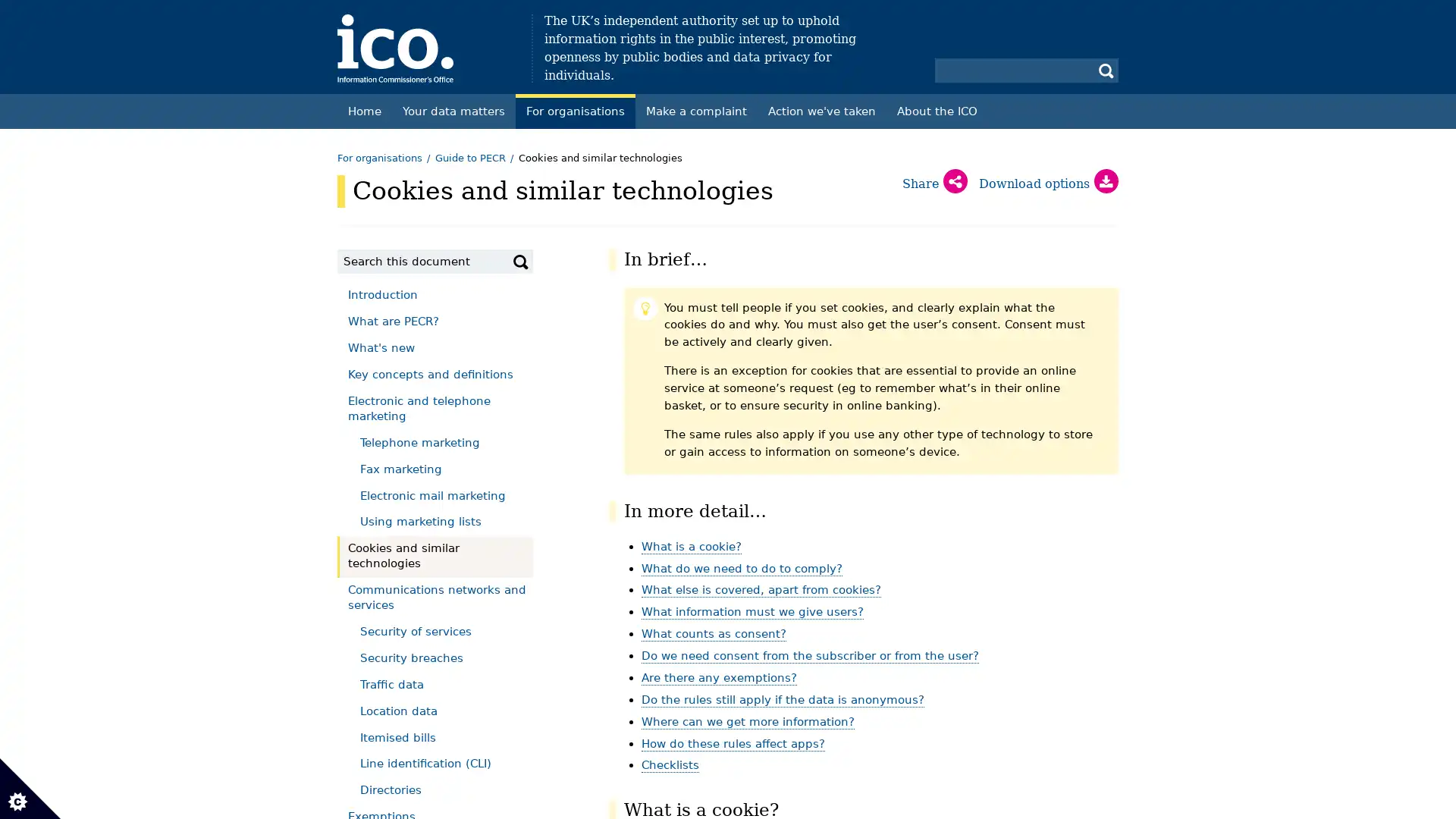 Image resolution: width=1456 pixels, height=819 pixels. I want to click on Reject all cookies, so click(270, 197).